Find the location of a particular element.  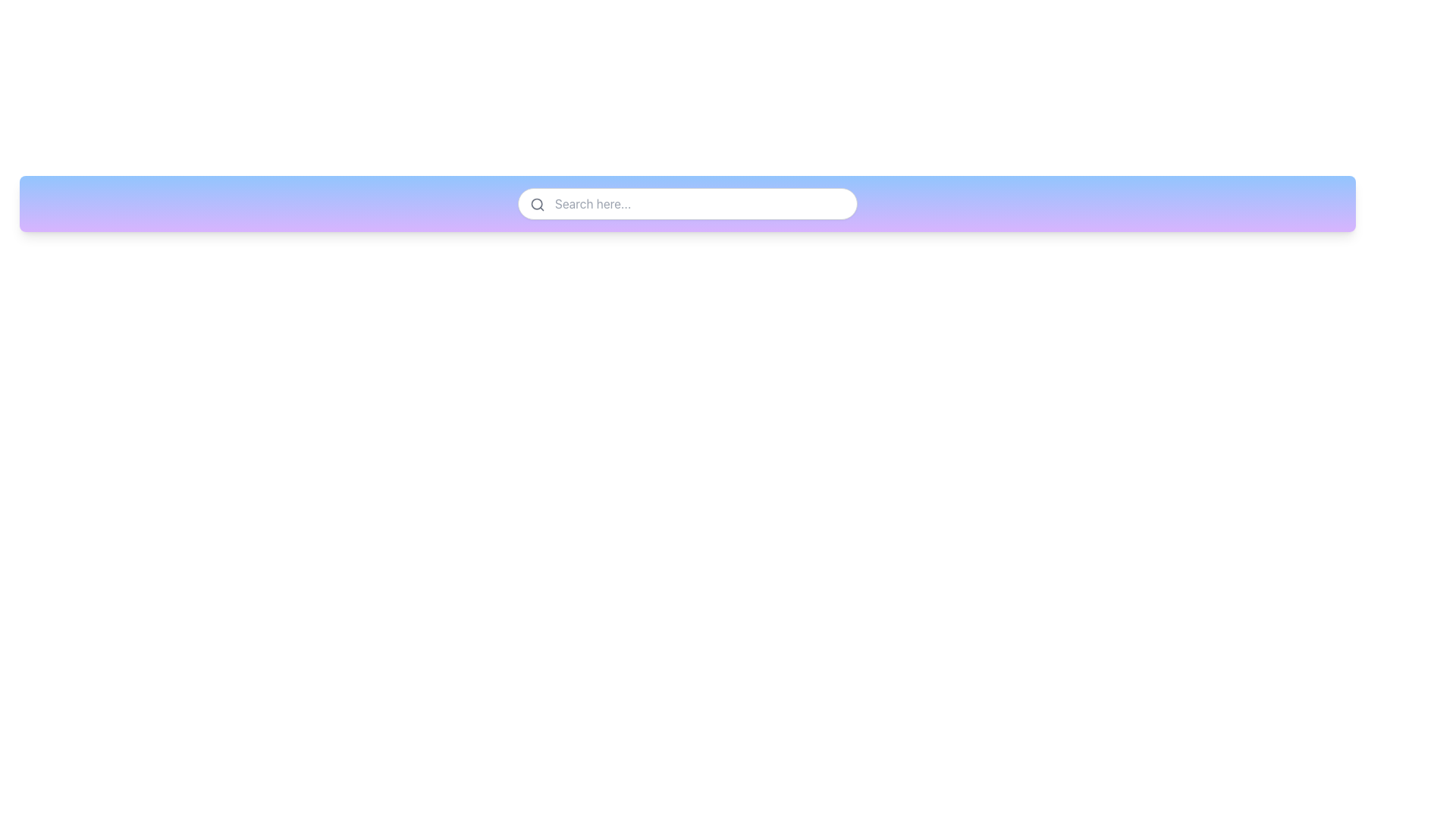

the search functionality icon, which is positioned near the top-left corner of the search input field is located at coordinates (538, 205).